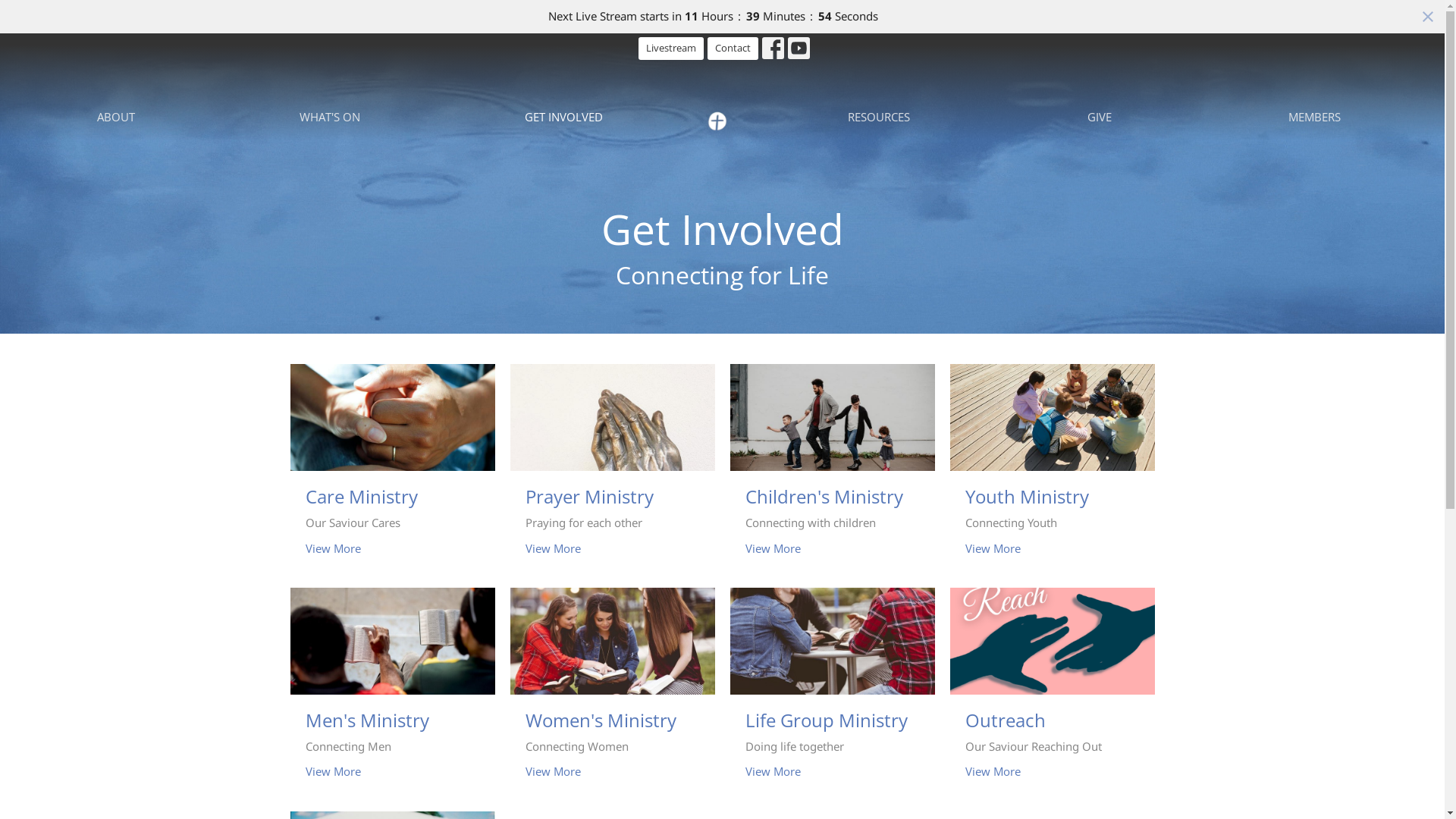  What do you see at coordinates (563, 116) in the screenshot?
I see `'GET INVOLVED'` at bounding box center [563, 116].